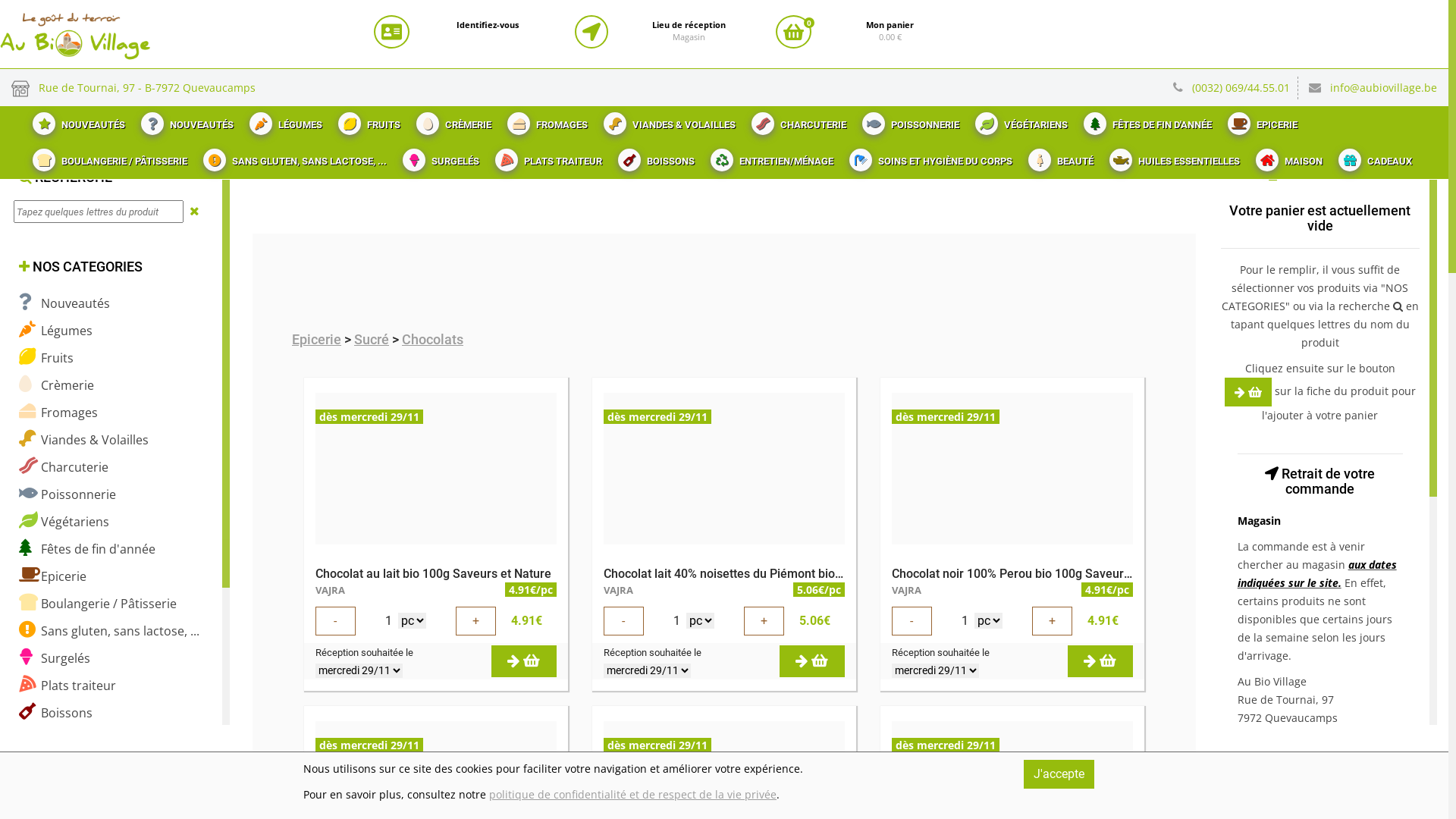  Describe the element at coordinates (1191, 87) in the screenshot. I see `'(0032) 069/44.55.01'` at that location.